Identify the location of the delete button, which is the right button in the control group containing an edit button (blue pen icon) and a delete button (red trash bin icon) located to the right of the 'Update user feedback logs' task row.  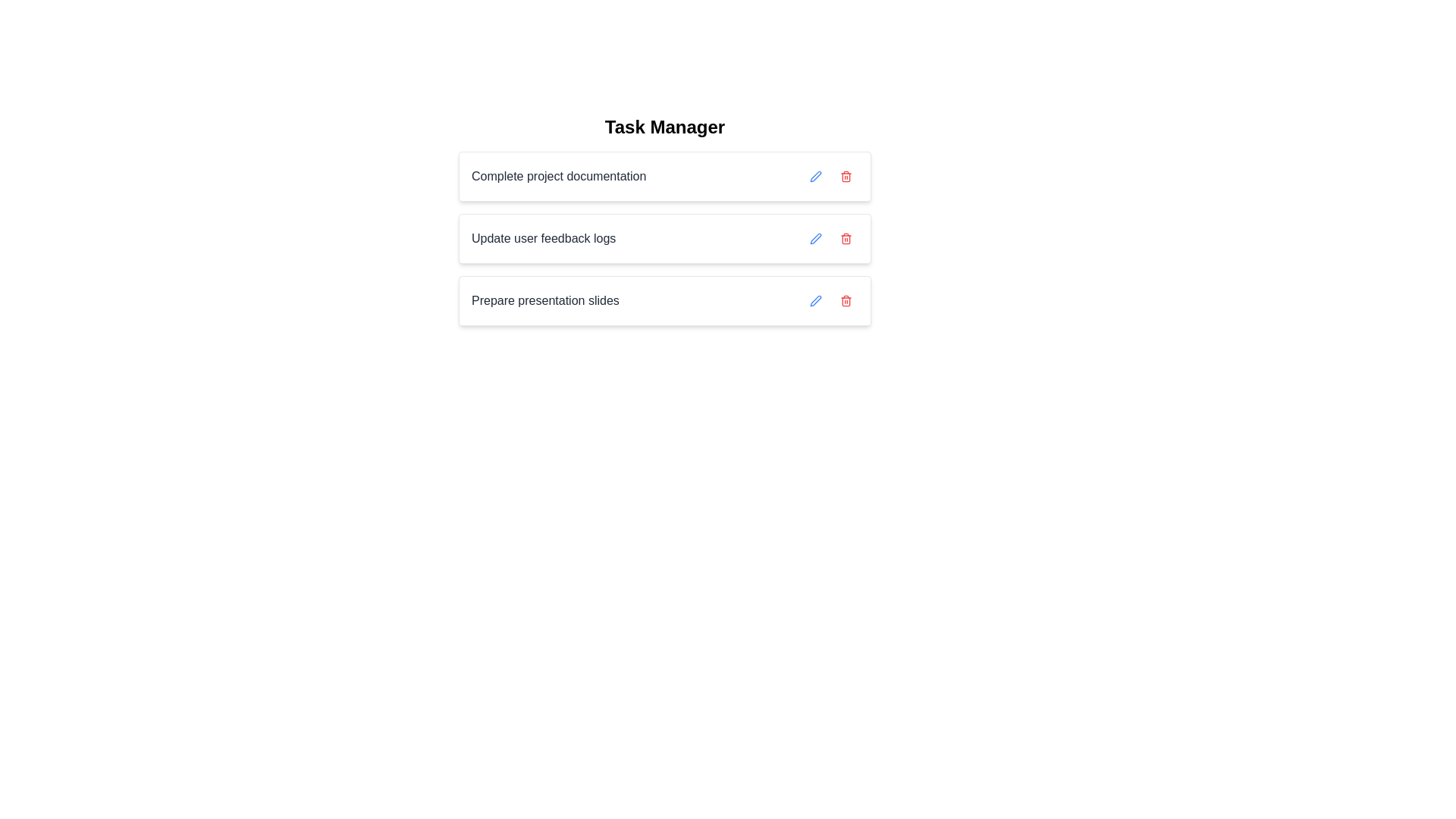
(830, 239).